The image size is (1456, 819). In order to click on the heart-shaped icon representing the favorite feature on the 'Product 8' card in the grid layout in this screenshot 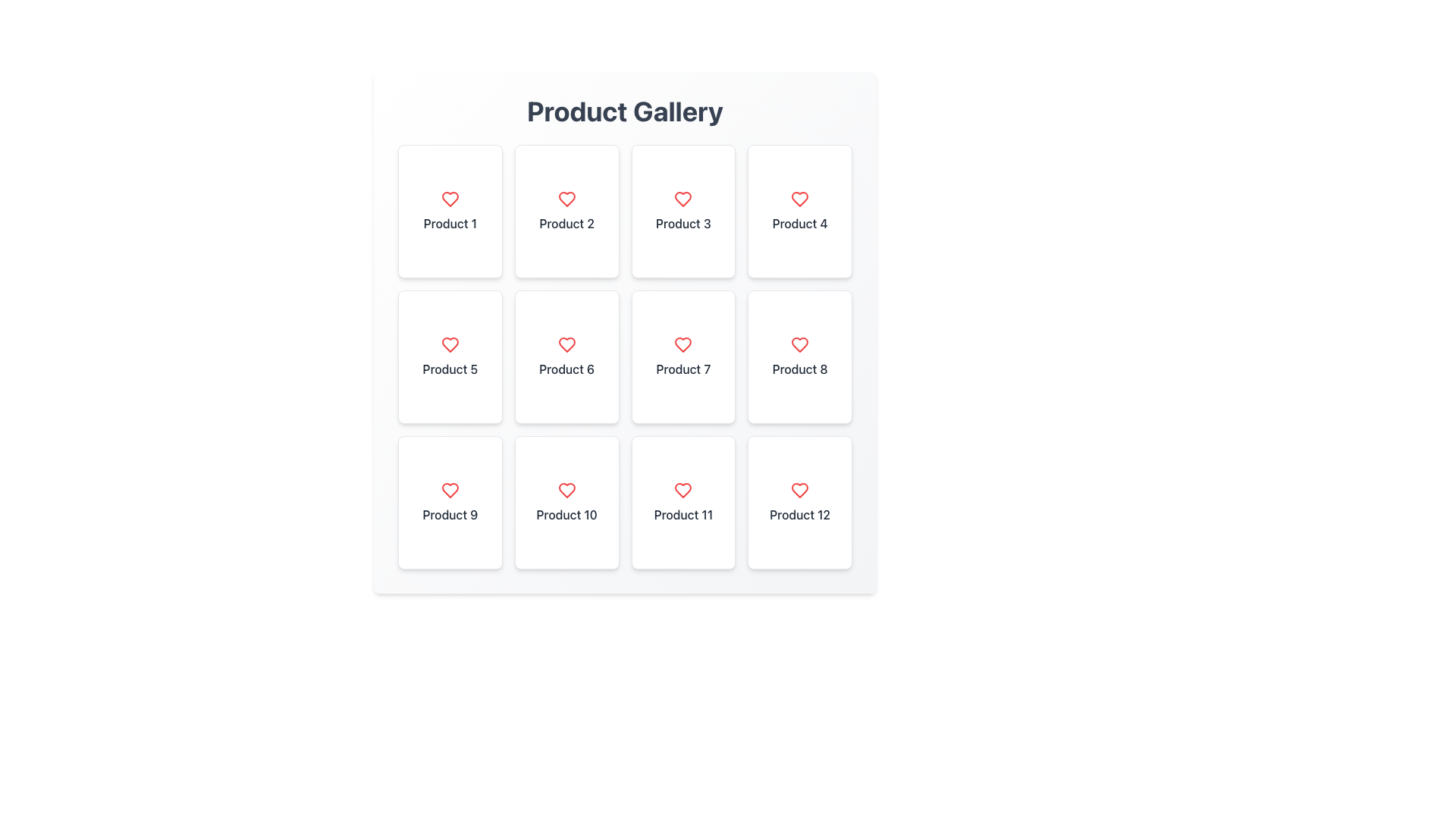, I will do `click(799, 345)`.